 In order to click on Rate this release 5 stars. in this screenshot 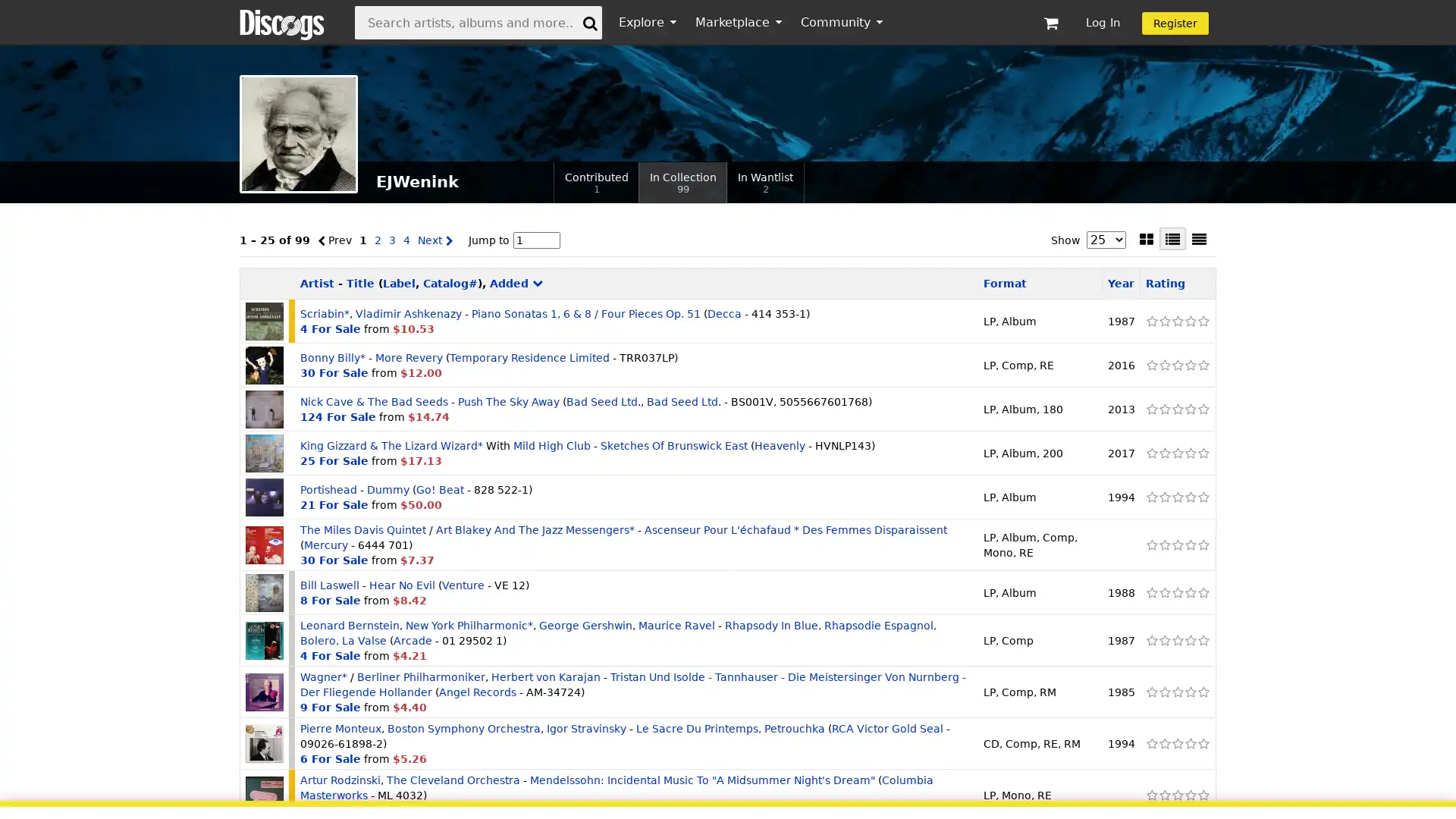, I will do `click(1202, 742)`.